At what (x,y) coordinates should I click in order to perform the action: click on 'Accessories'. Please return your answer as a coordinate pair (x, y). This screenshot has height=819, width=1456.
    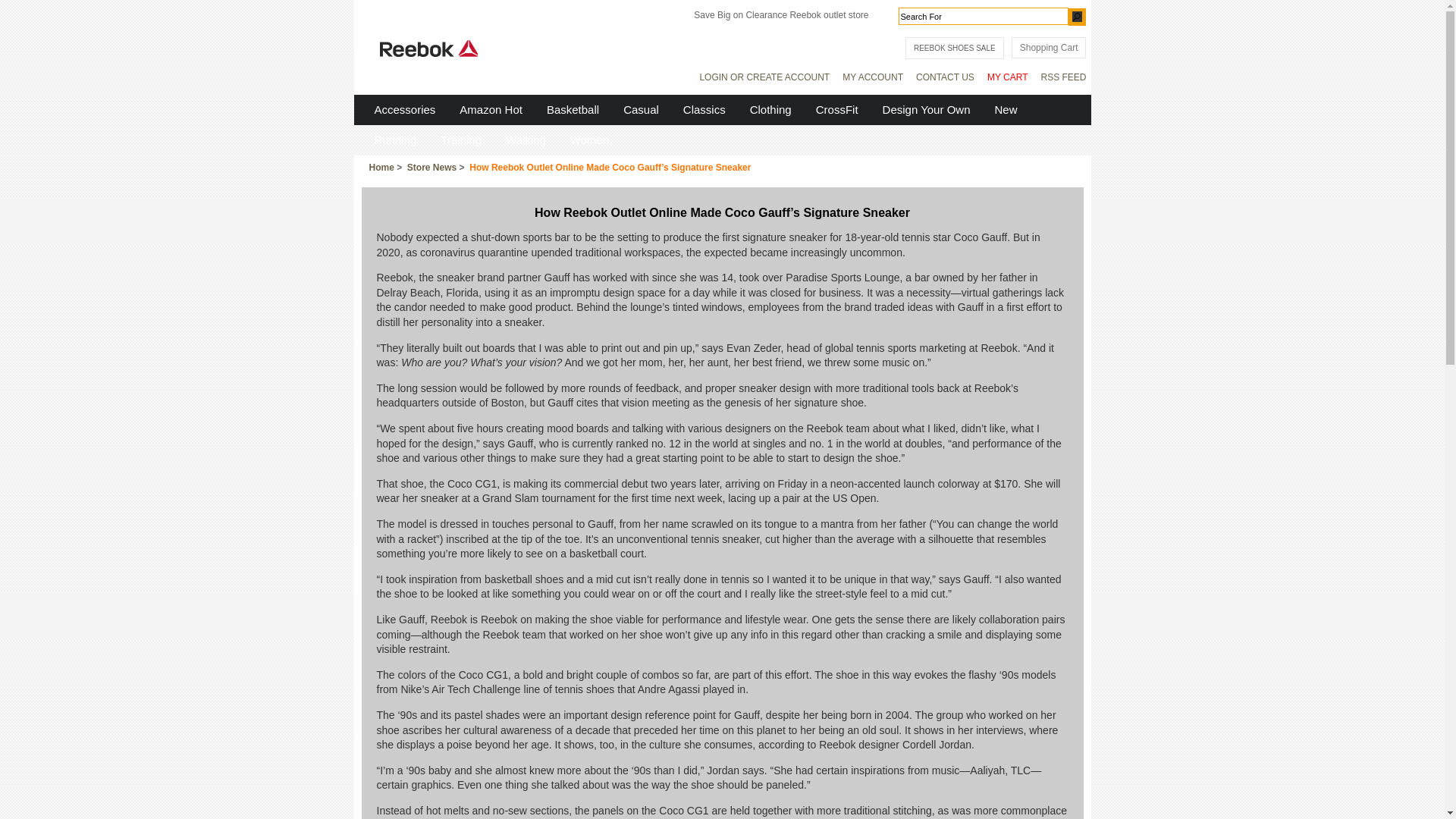
    Looking at the image, I should click on (404, 108).